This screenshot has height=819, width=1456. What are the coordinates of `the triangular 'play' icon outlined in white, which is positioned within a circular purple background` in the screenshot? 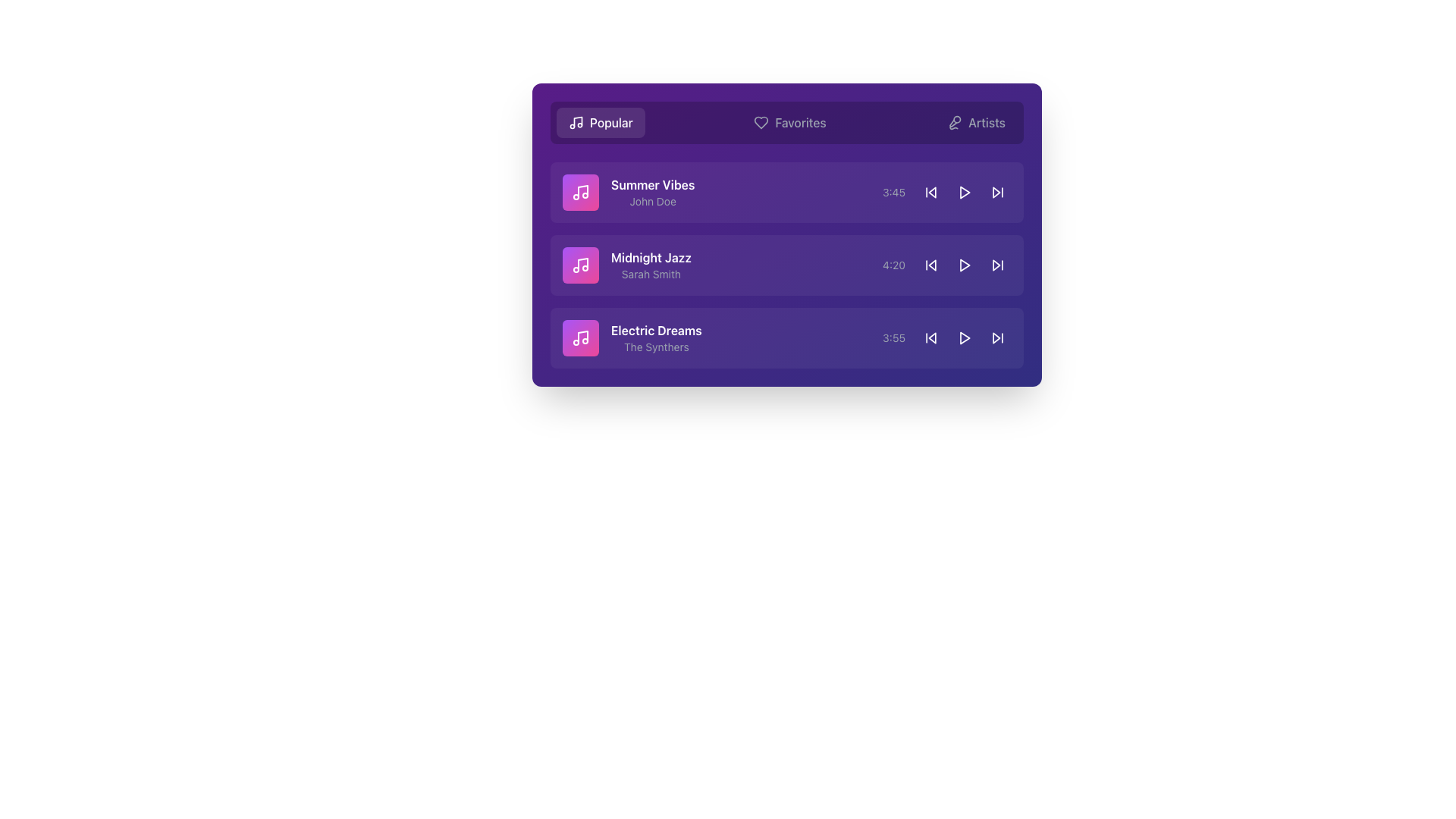 It's located at (964, 192).